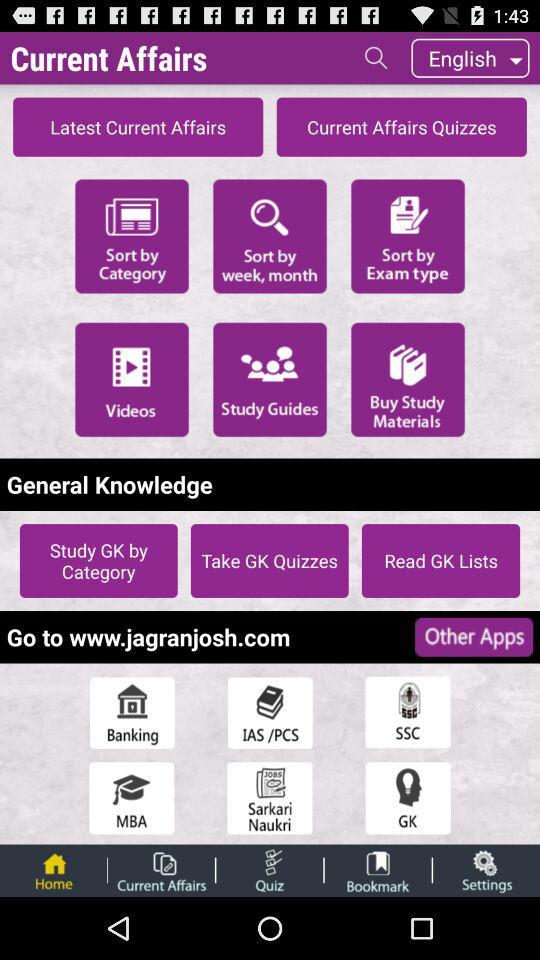  What do you see at coordinates (378, 869) in the screenshot?
I see `bookmark` at bounding box center [378, 869].